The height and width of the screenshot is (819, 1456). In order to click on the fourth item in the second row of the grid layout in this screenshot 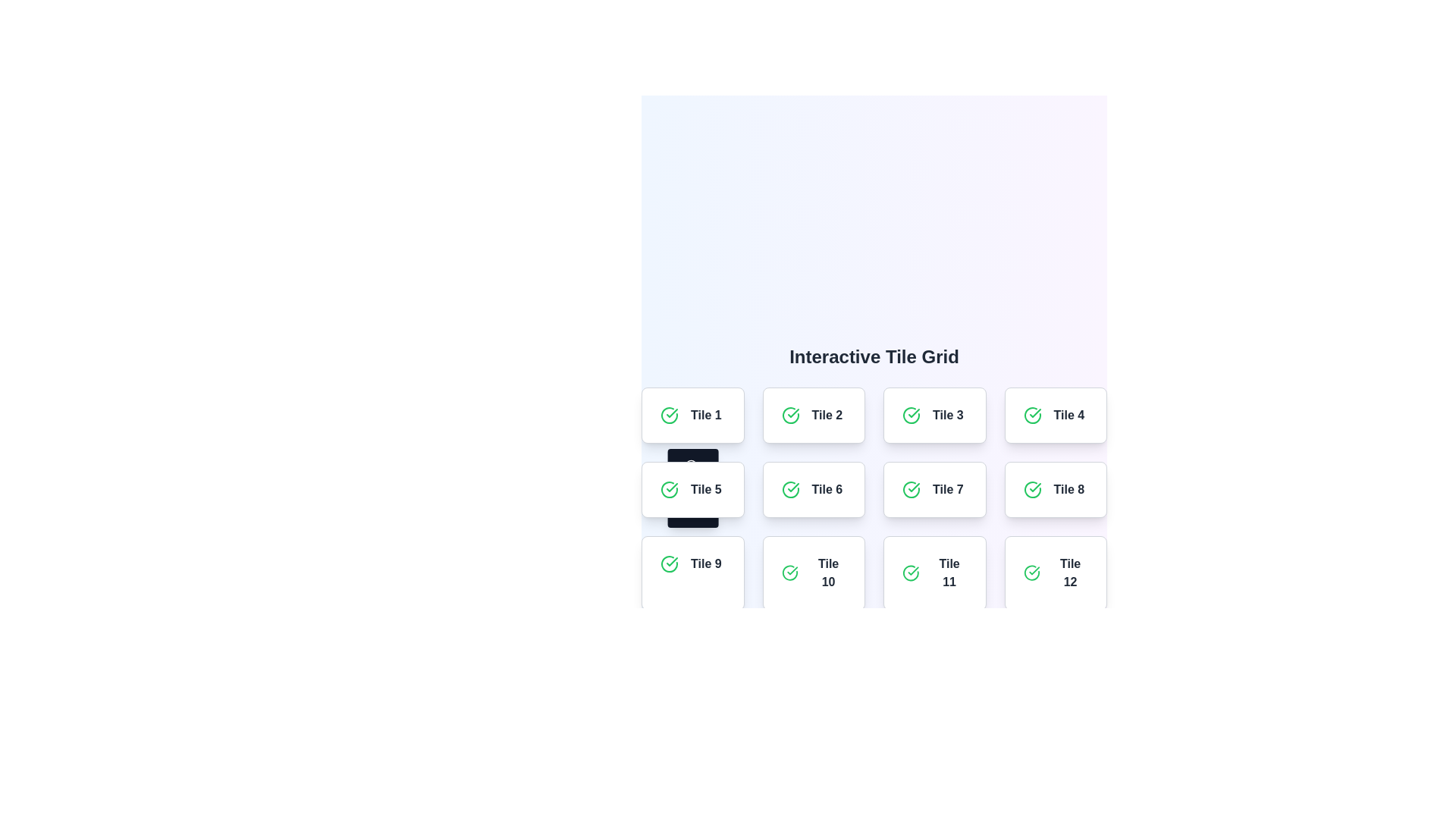, I will do `click(1055, 415)`.